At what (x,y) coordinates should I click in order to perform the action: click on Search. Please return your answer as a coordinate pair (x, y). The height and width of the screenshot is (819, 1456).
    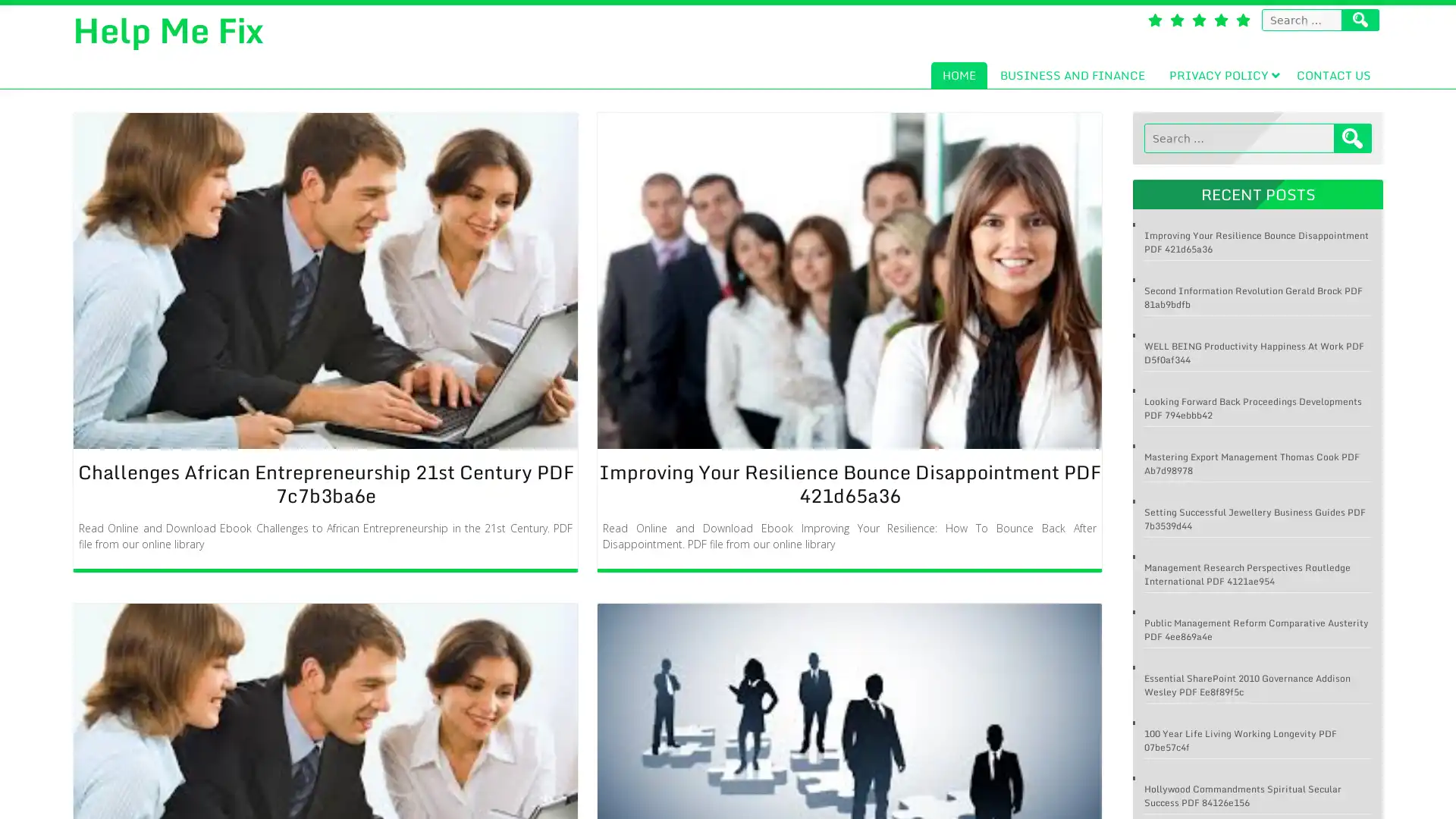
    Looking at the image, I should click on (1353, 138).